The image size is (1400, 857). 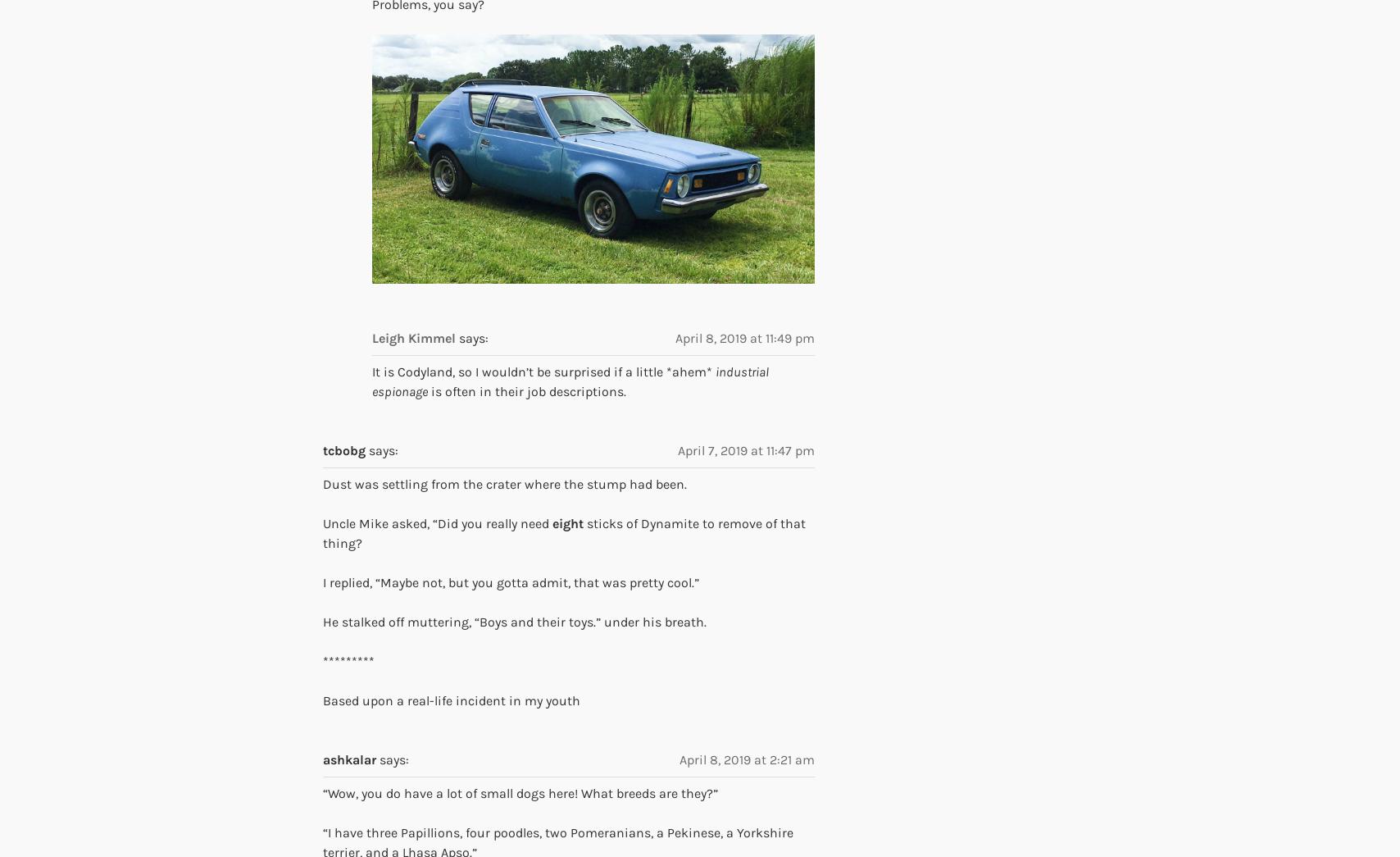 What do you see at coordinates (323, 449) in the screenshot?
I see `'tcbobg'` at bounding box center [323, 449].